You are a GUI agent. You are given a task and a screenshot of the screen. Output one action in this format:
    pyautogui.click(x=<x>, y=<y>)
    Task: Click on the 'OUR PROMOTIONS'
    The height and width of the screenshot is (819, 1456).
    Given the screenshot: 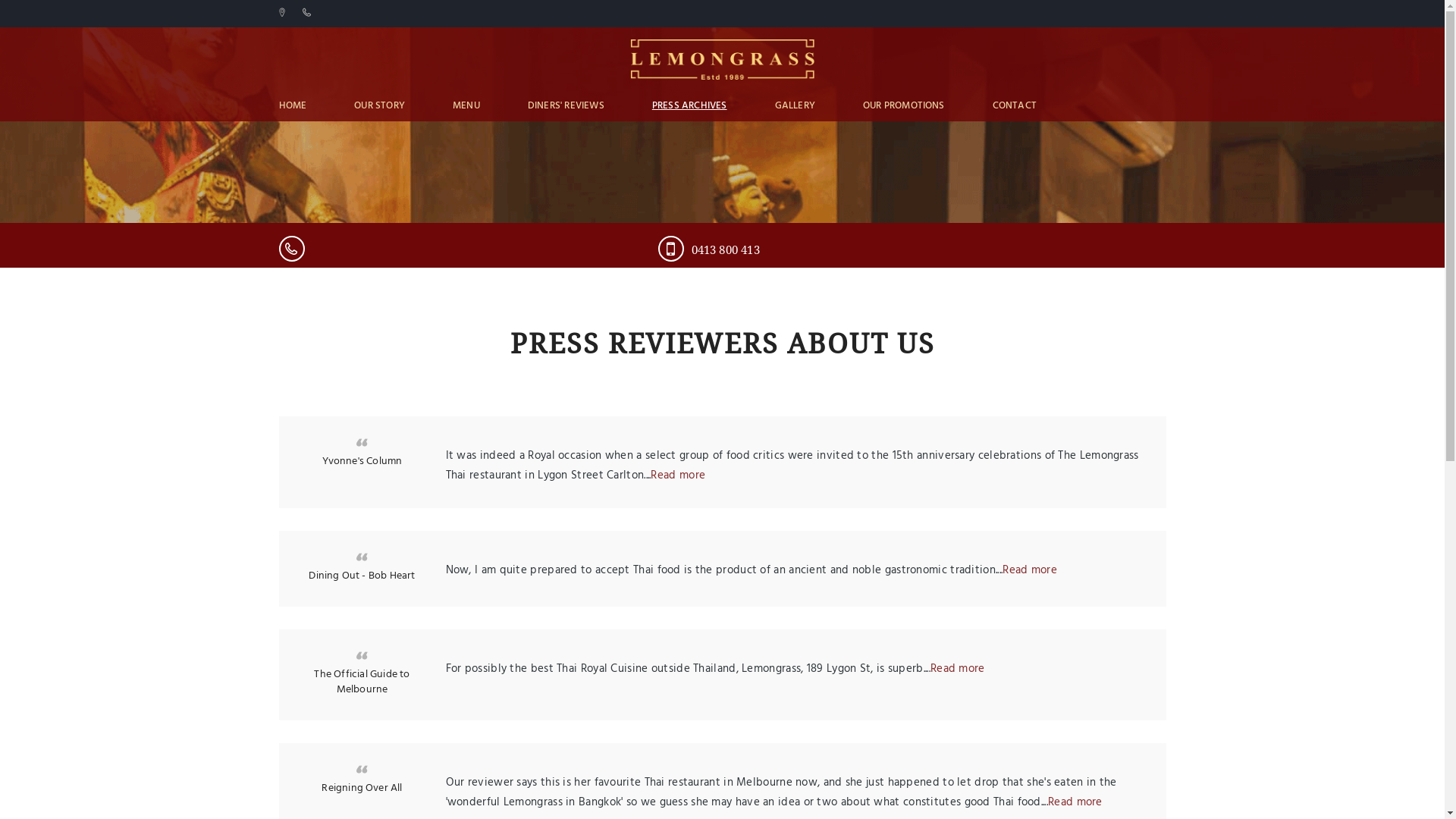 What is the action you would take?
    pyautogui.click(x=903, y=105)
    